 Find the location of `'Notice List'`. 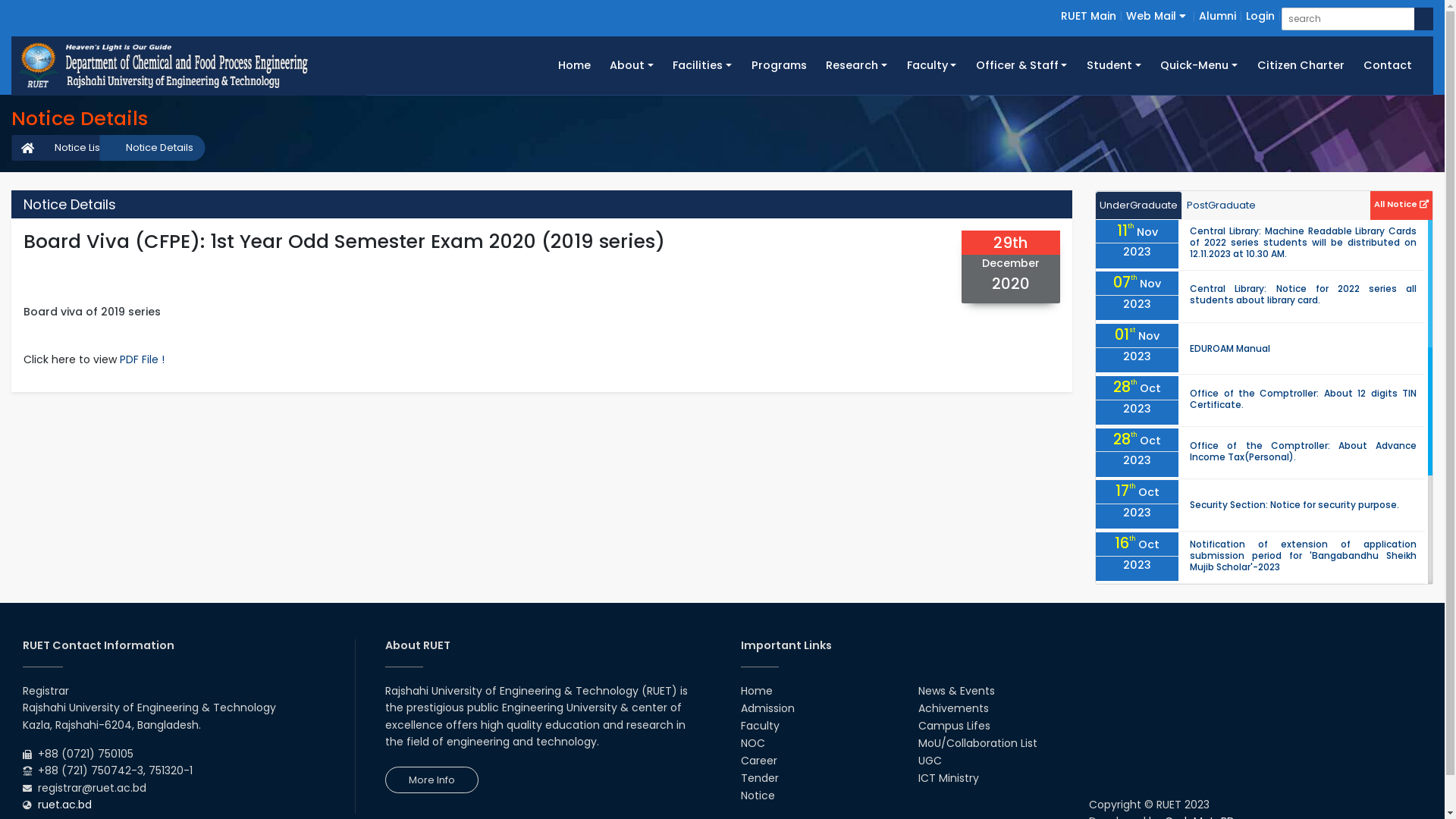

'Notice List' is located at coordinates (71, 148).